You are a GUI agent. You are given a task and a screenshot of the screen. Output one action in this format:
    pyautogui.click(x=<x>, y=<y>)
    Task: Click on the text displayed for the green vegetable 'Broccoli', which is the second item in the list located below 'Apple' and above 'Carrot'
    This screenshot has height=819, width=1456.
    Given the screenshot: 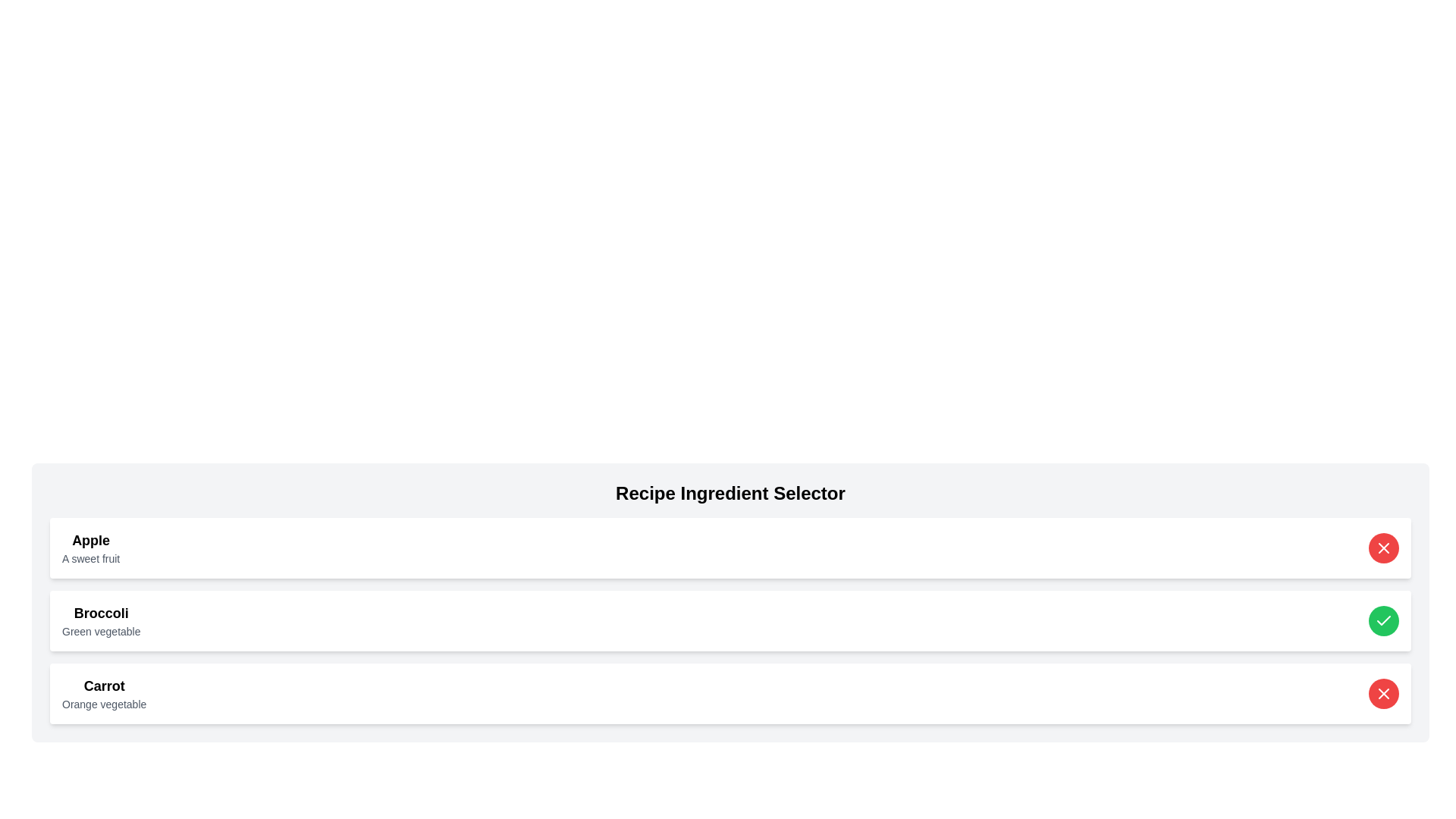 What is the action you would take?
    pyautogui.click(x=100, y=620)
    